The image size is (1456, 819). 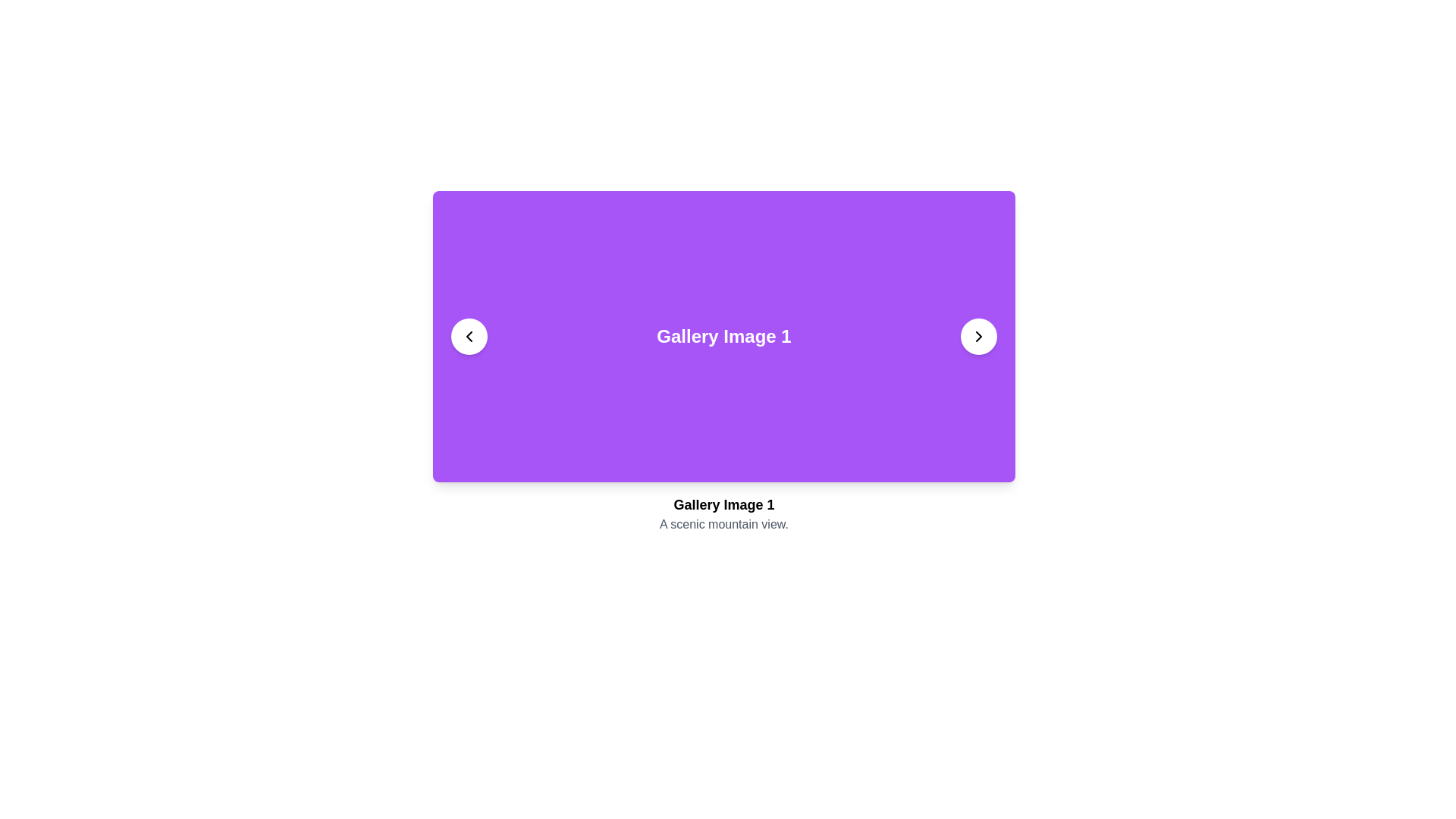 I want to click on the circular button with a black right-chevron icon located, so click(x=979, y=335).